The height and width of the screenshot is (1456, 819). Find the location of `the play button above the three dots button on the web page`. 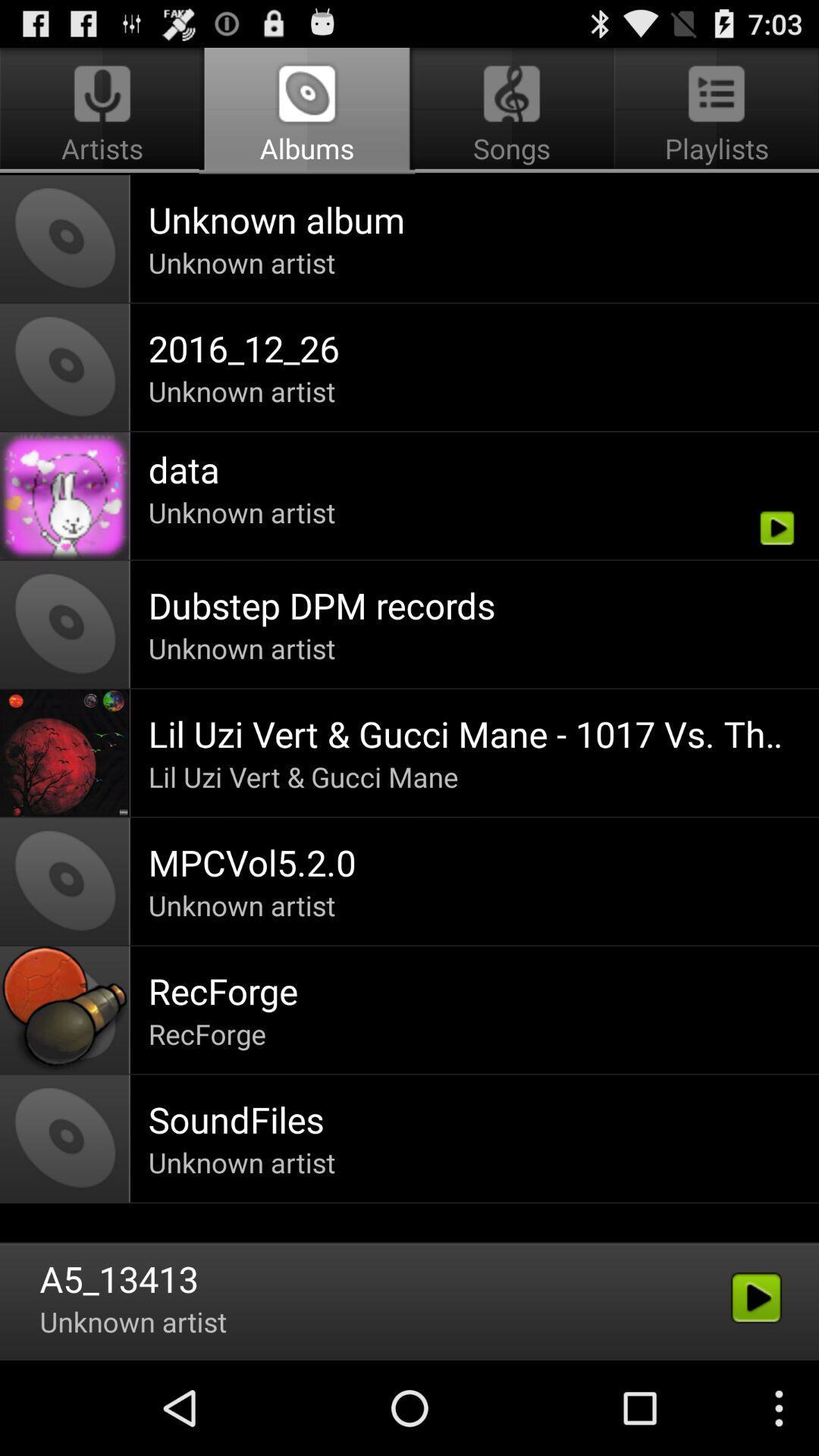

the play button above the three dots button on the web page is located at coordinates (757, 1298).